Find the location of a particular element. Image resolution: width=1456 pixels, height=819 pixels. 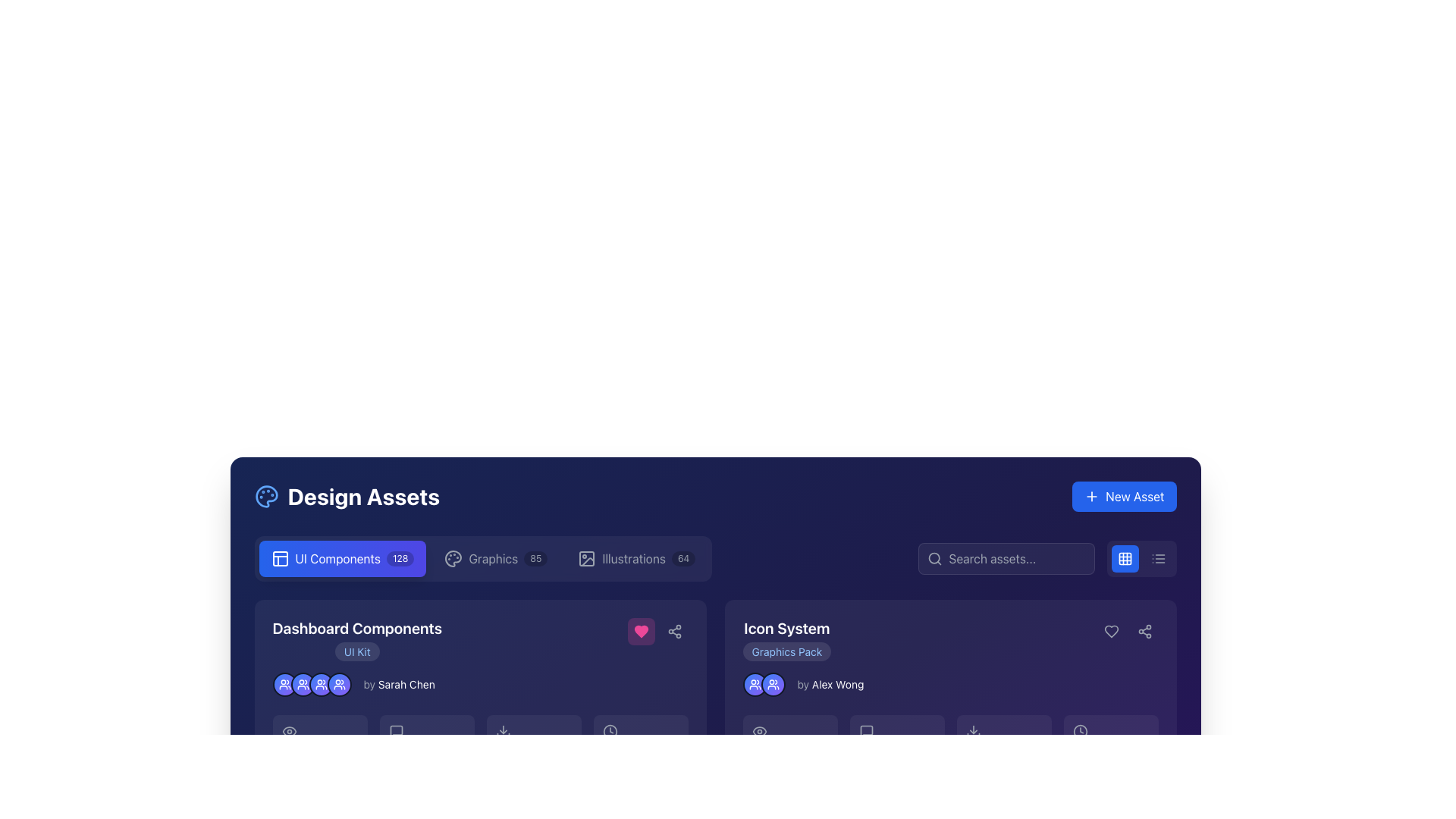

the user-related SVG icon located in the top-left section of the interface is located at coordinates (284, 684).